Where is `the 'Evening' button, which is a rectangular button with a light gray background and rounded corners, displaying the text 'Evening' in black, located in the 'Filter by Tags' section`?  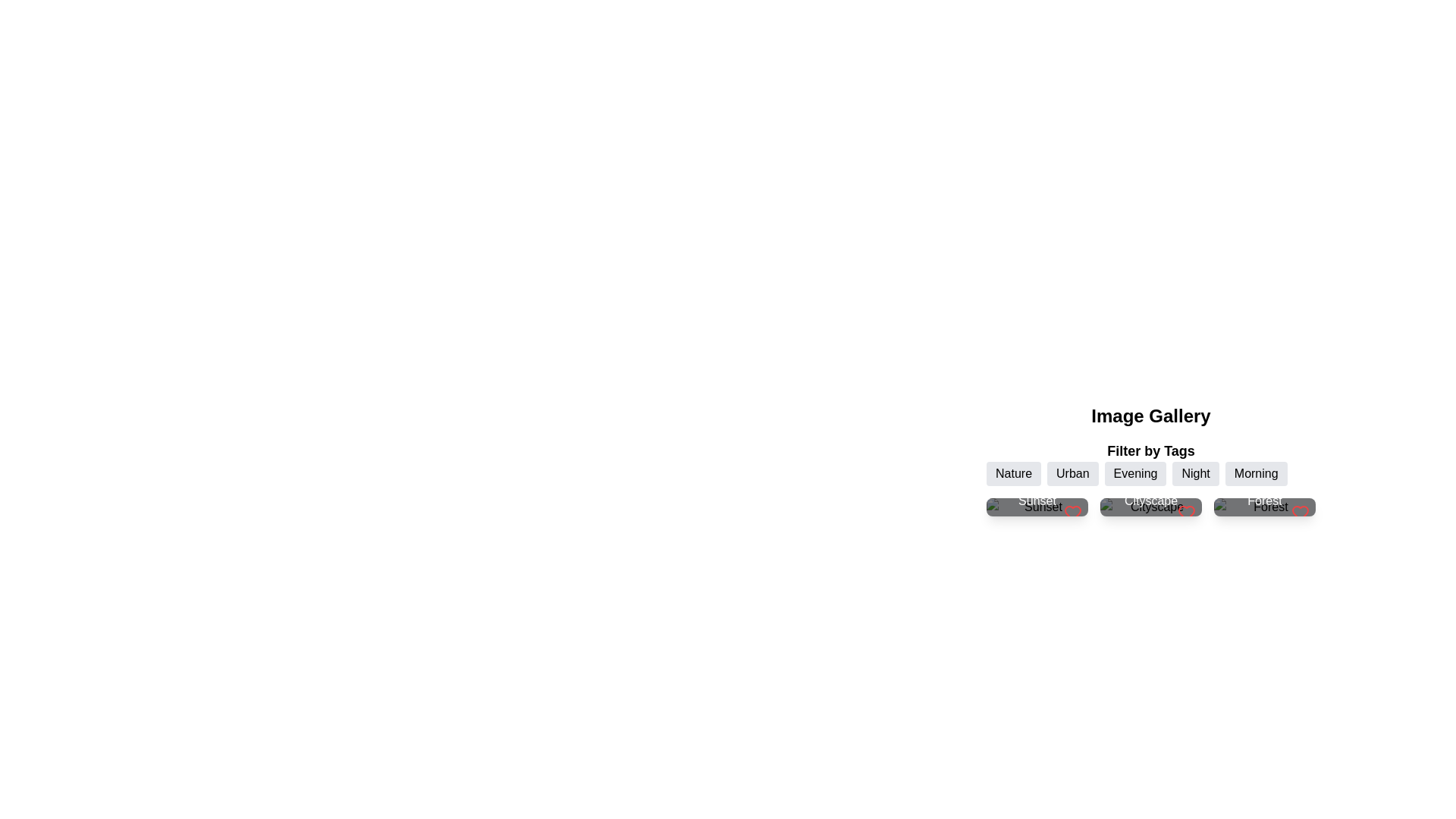
the 'Evening' button, which is a rectangular button with a light gray background and rounded corners, displaying the text 'Evening' in black, located in the 'Filter by Tags' section is located at coordinates (1135, 472).